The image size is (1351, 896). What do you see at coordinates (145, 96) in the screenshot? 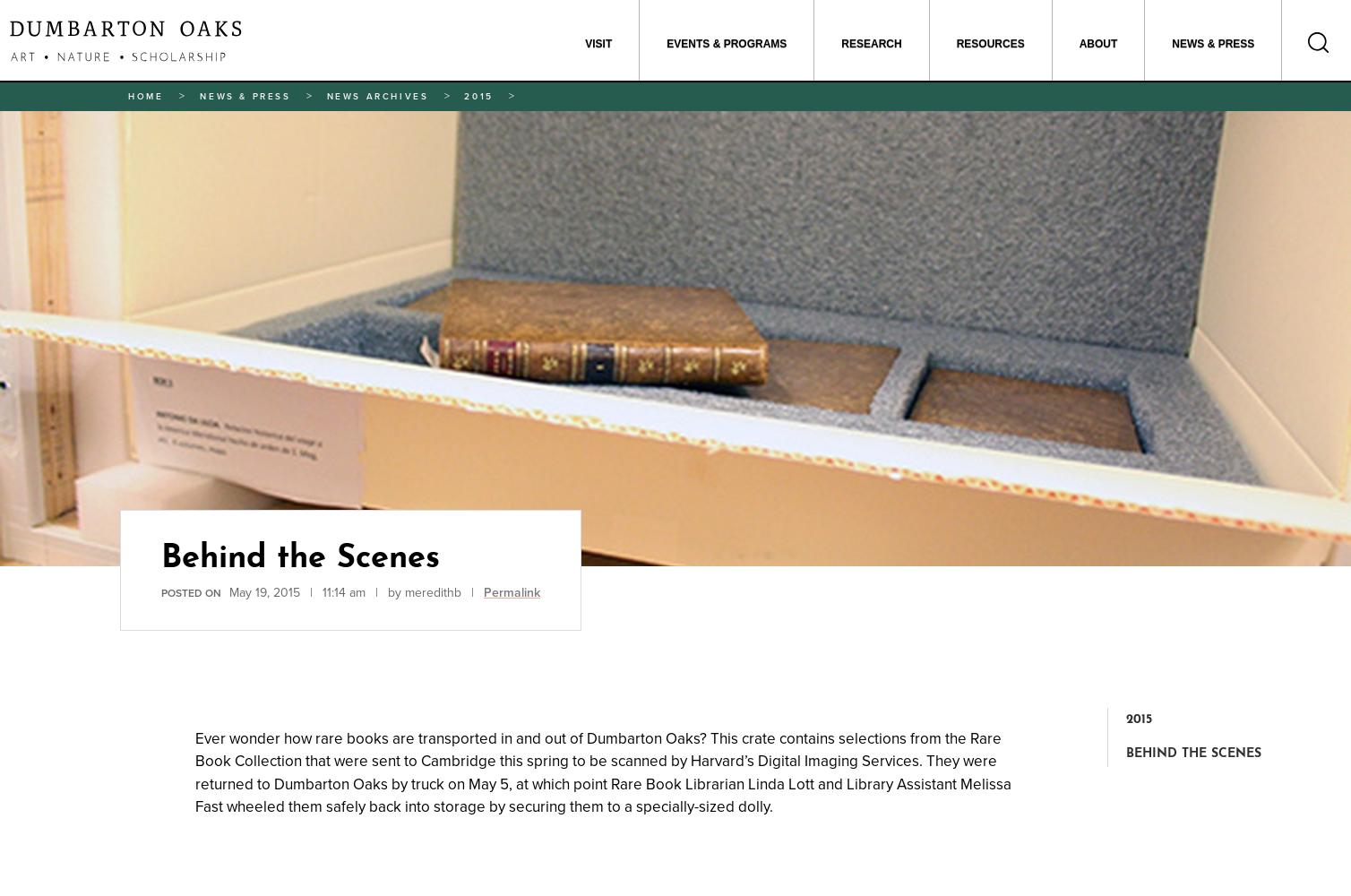
I see `'Home'` at bounding box center [145, 96].